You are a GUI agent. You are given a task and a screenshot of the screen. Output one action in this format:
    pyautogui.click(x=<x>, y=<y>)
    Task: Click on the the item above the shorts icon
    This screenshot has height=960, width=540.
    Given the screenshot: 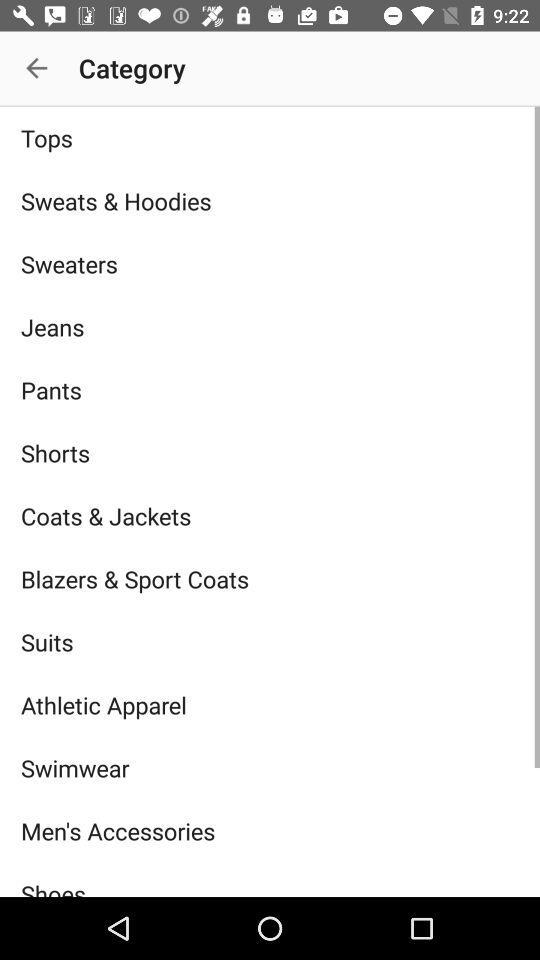 What is the action you would take?
    pyautogui.click(x=270, y=389)
    